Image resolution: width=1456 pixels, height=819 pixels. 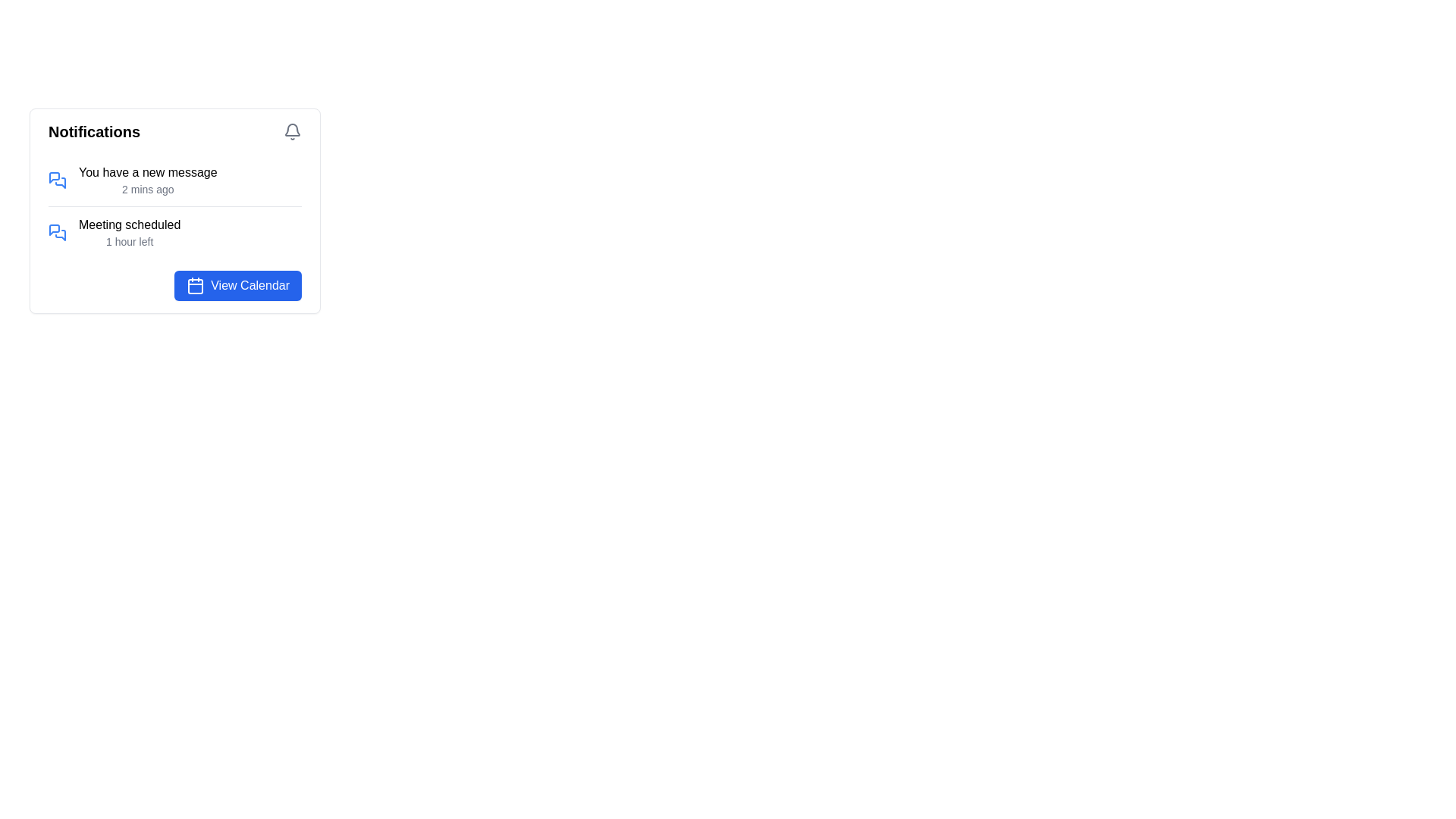 I want to click on the text content in the header area of the card, which includes a title and an icon aligned to the right, so click(x=174, y=130).